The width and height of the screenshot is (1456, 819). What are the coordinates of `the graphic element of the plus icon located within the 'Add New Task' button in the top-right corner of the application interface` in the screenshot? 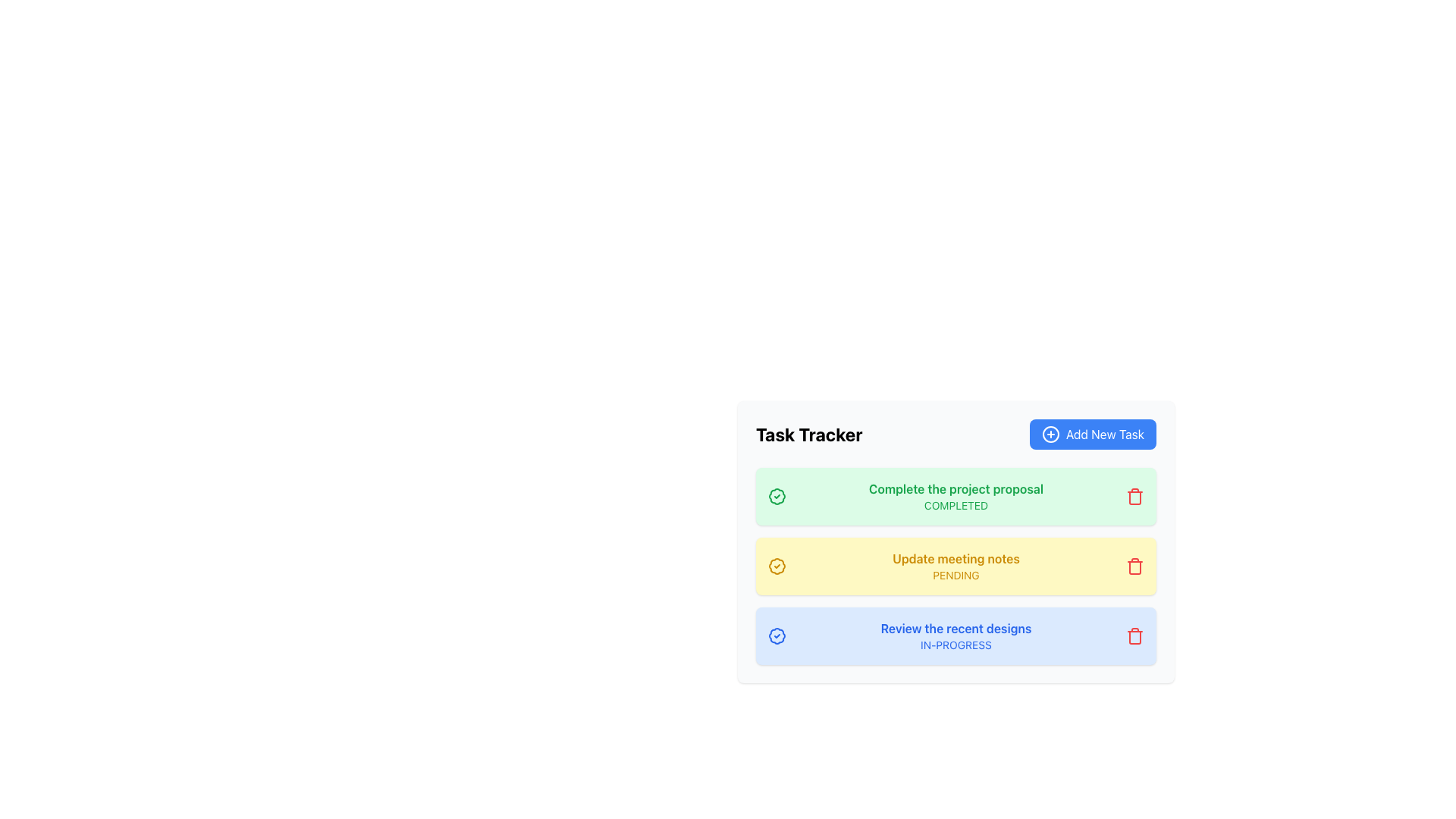 It's located at (1050, 435).